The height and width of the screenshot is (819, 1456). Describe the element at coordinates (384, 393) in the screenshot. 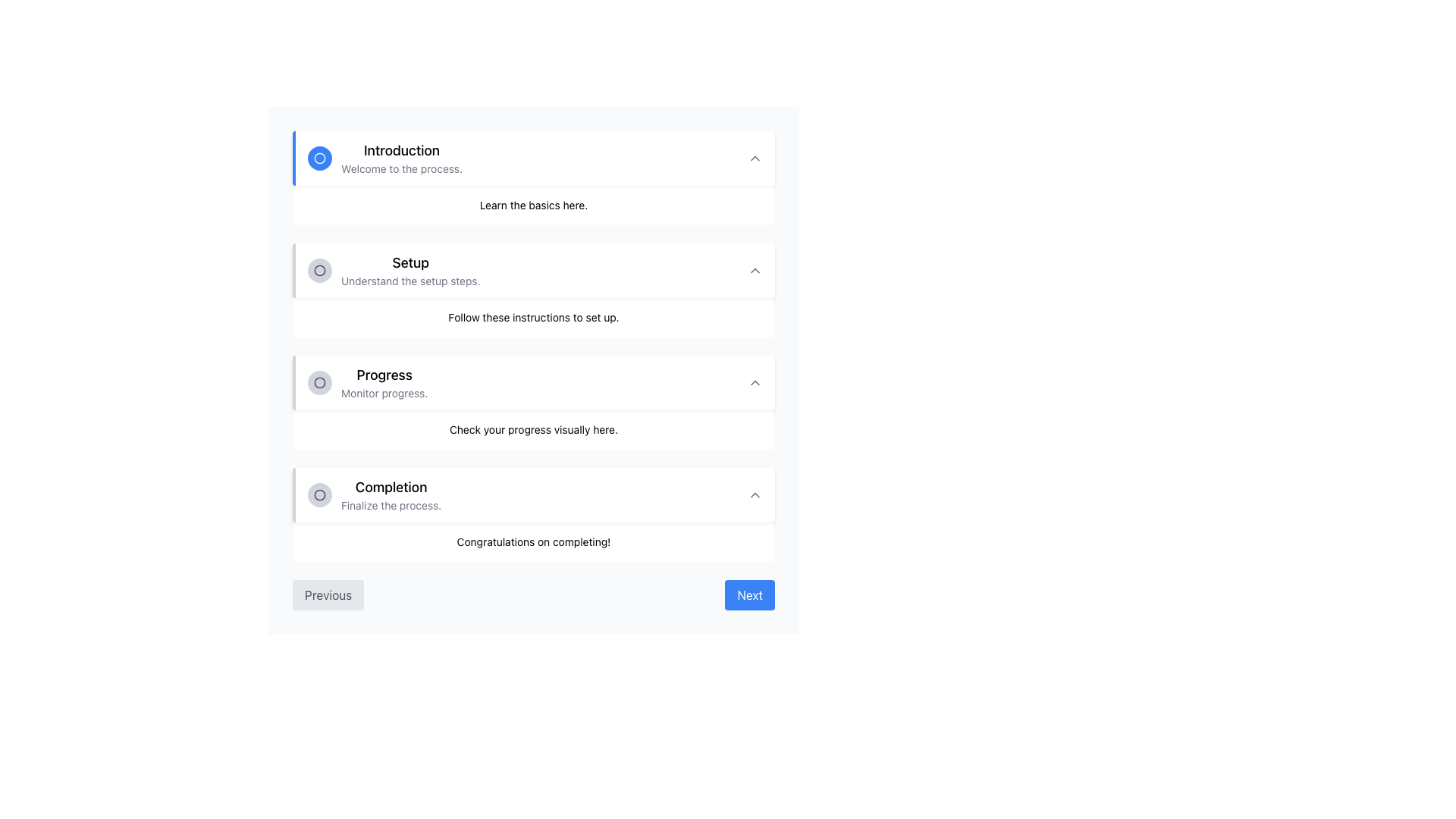

I see `the text label reading 'Monitor progress.' which is positioned below the bold heading 'Progress'` at that location.